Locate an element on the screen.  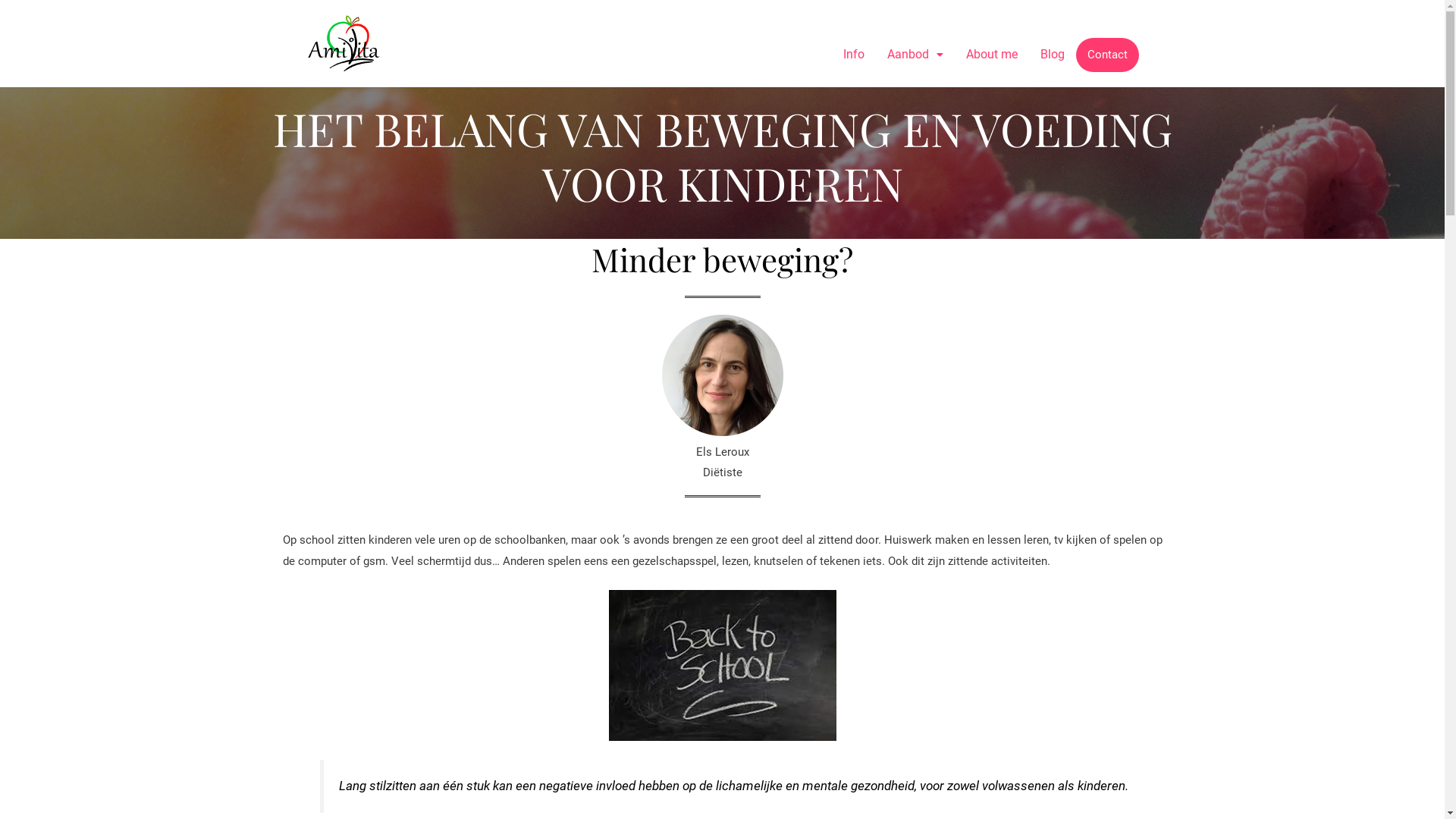
'Contact' is located at coordinates (1075, 54).